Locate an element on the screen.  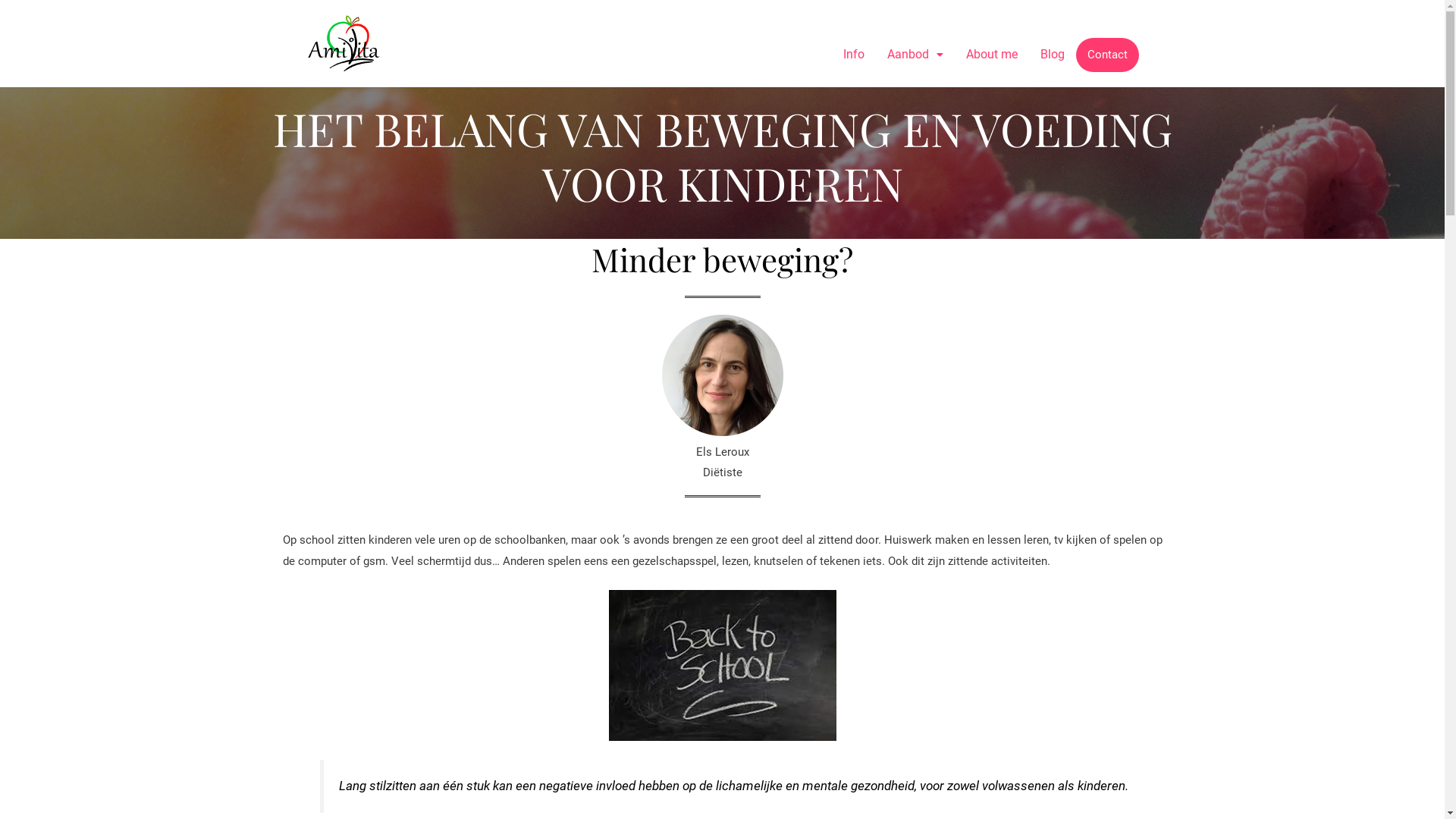
'Contact' is located at coordinates (1075, 54).